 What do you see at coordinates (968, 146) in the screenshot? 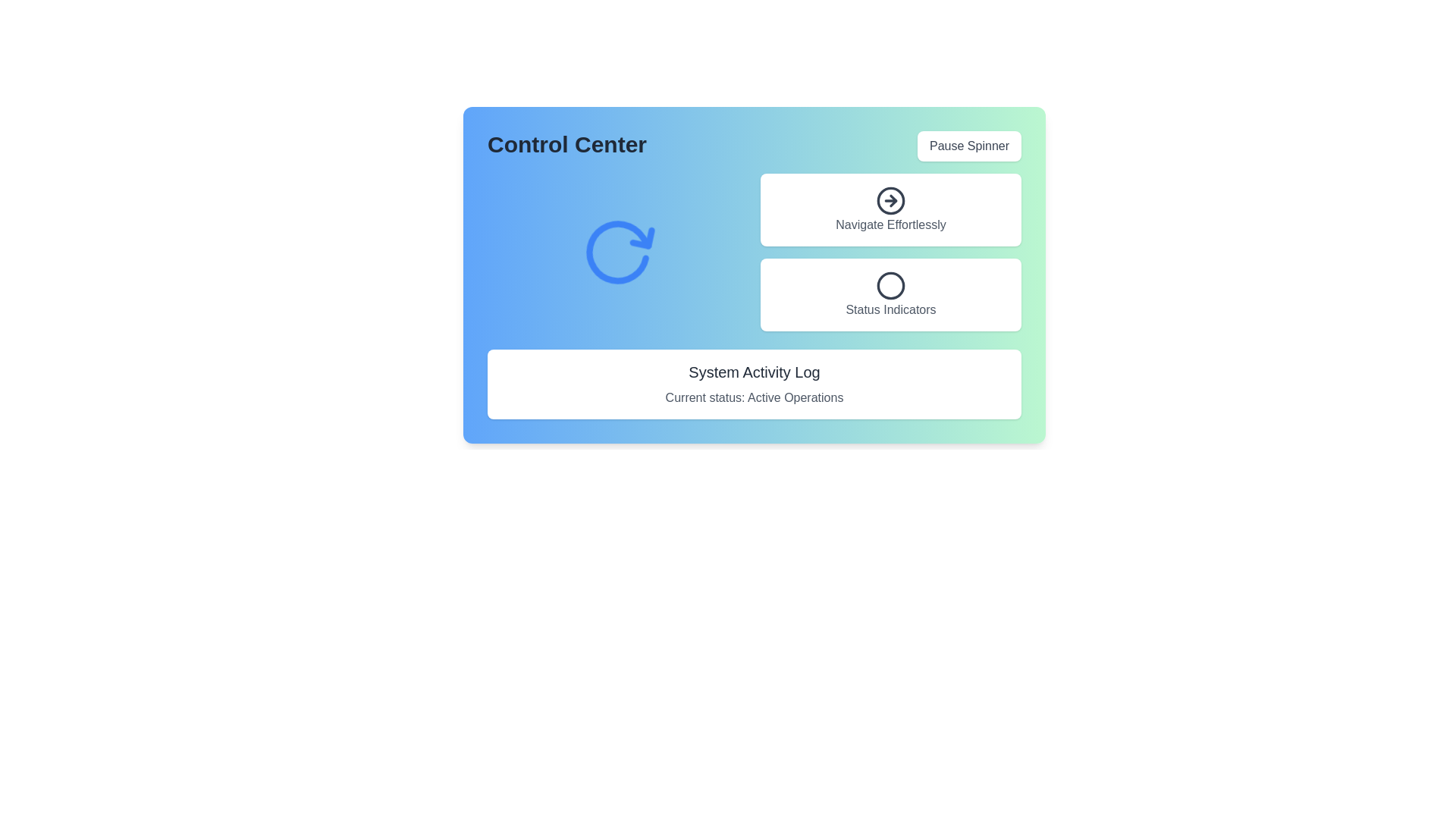
I see `the 'Pause Spinner' button located in the top-right section of the 'Control Center'` at bounding box center [968, 146].